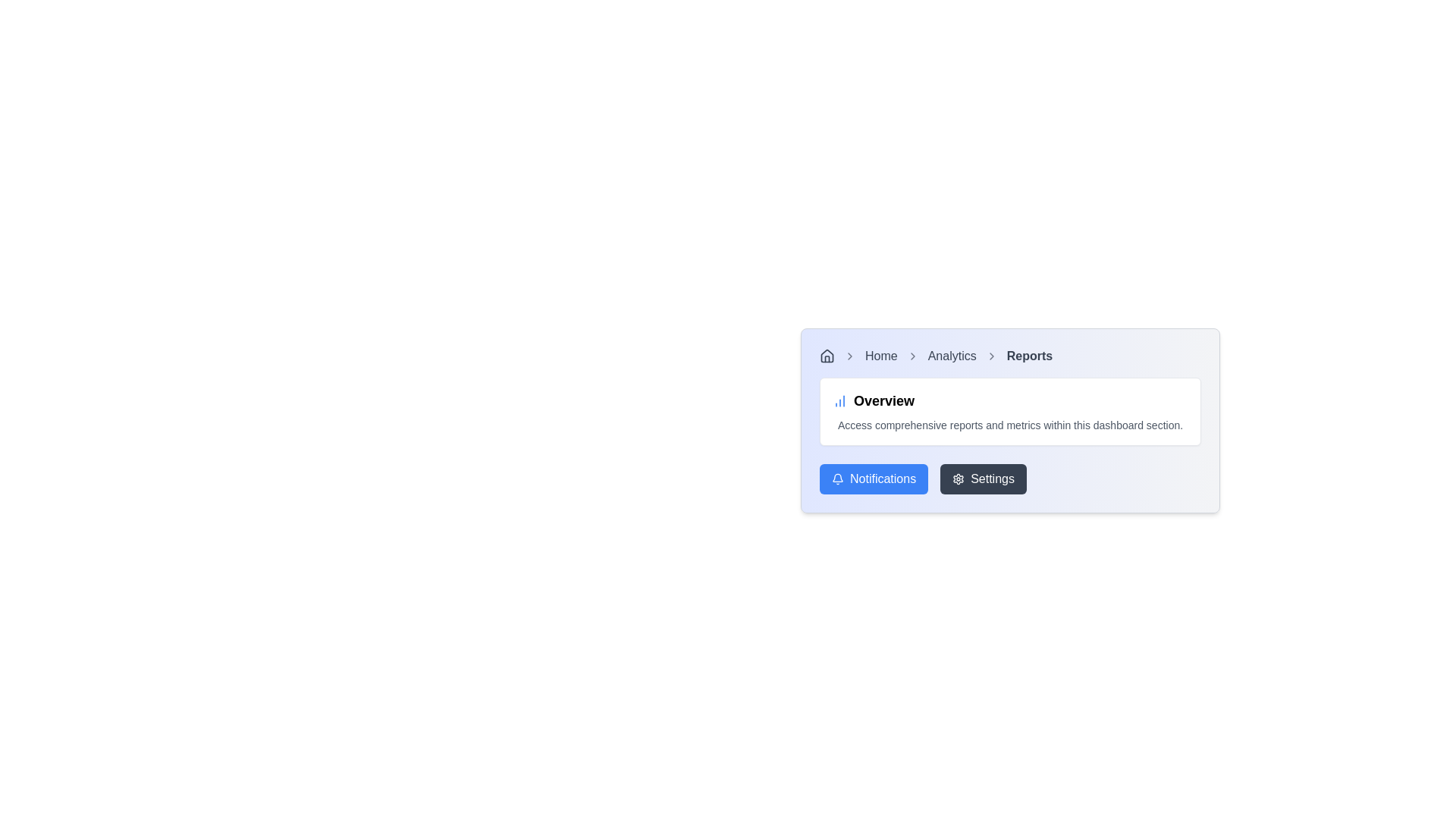 The height and width of the screenshot is (819, 1456). Describe the element at coordinates (1010, 479) in the screenshot. I see `the settings button located to the right of the blue 'Notifications' button in the lower part of the card-like section` at that location.